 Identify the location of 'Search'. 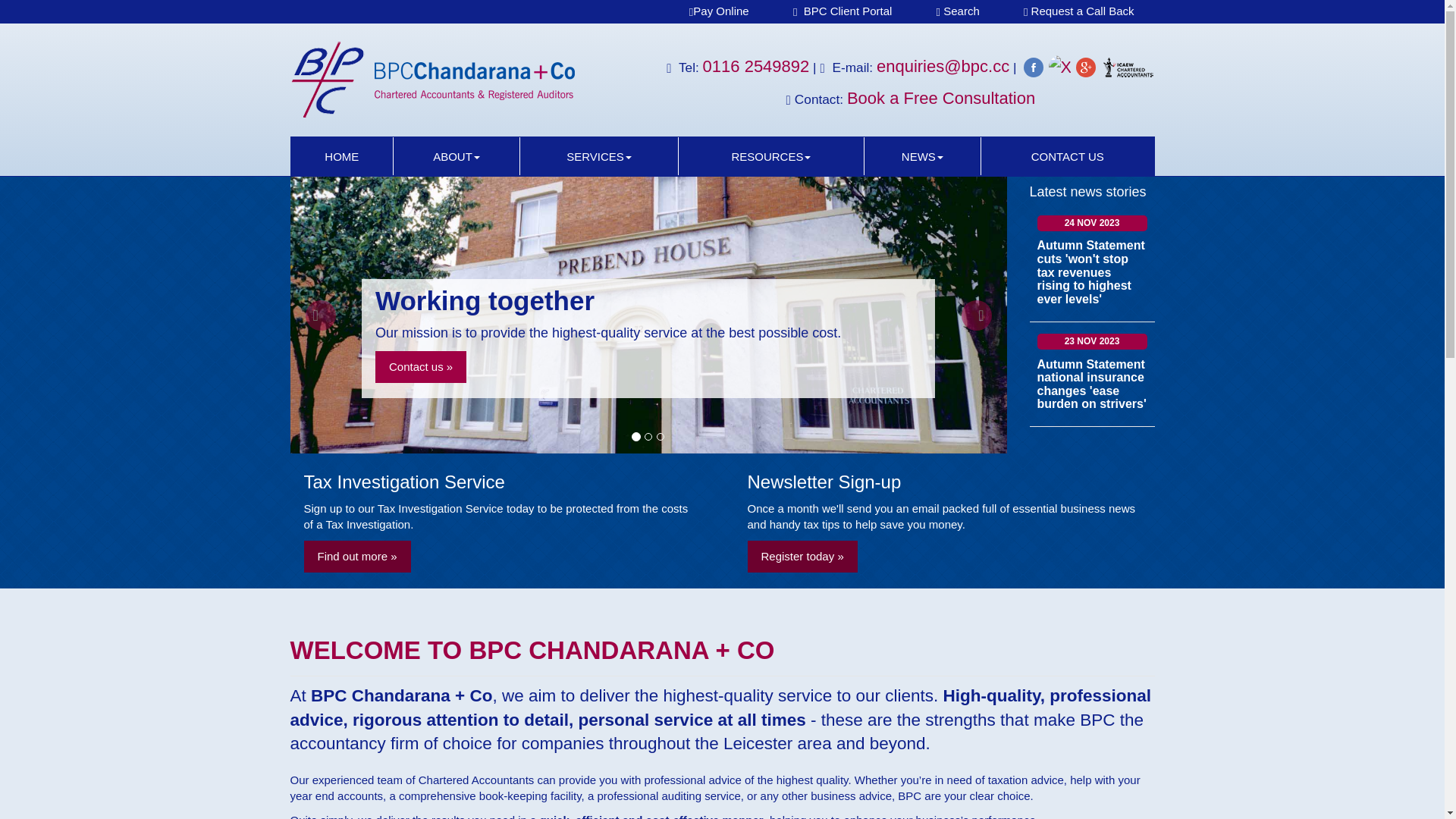
(957, 11).